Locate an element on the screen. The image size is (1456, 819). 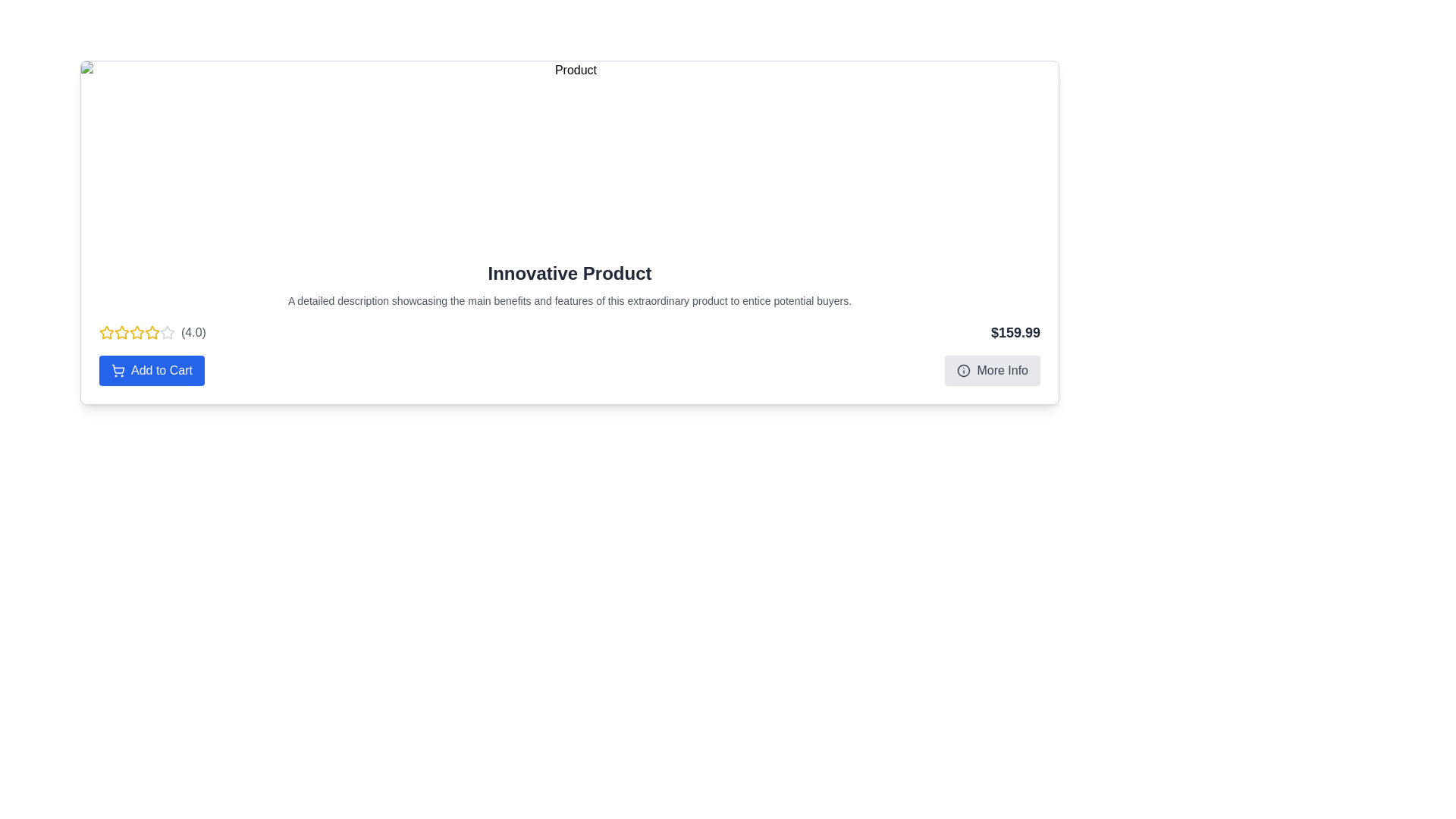
the fifth star icon in the product rating section, which contributes to the overall rating value is located at coordinates (152, 332).